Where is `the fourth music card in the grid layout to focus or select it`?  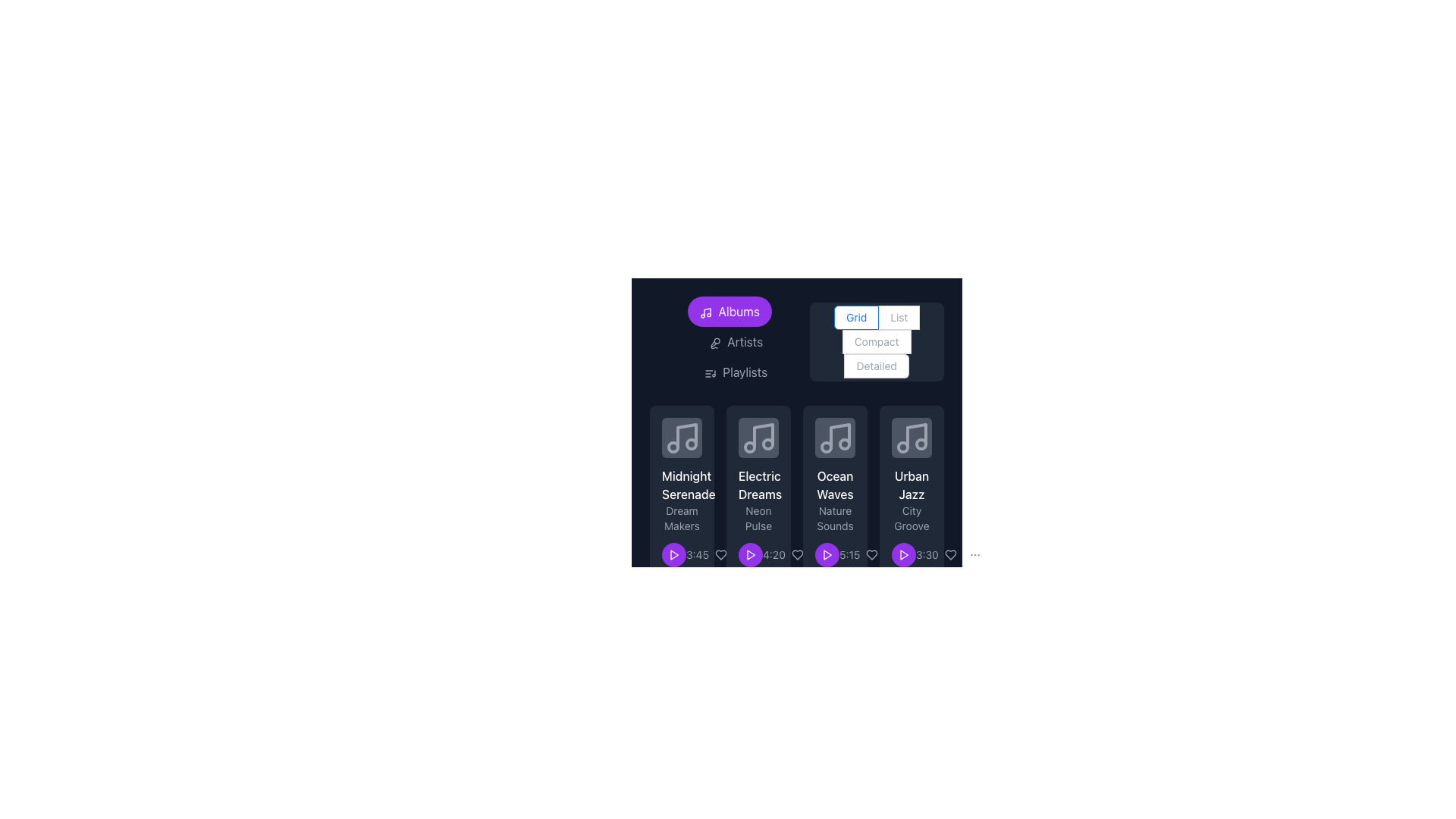
the fourth music card in the grid layout to focus or select it is located at coordinates (911, 492).